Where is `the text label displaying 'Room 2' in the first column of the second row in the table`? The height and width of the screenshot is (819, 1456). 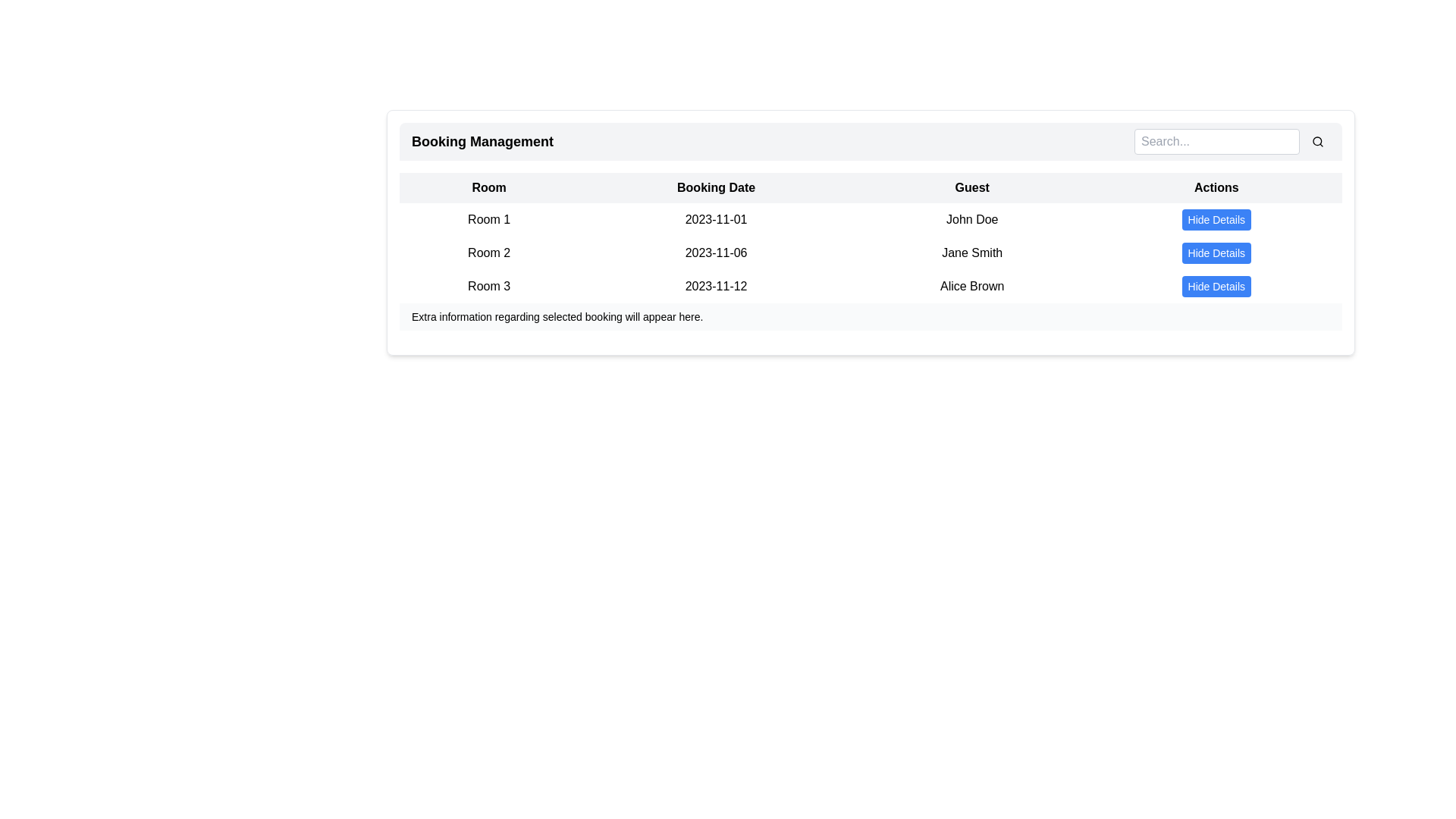 the text label displaying 'Room 2' in the first column of the second row in the table is located at coordinates (489, 253).